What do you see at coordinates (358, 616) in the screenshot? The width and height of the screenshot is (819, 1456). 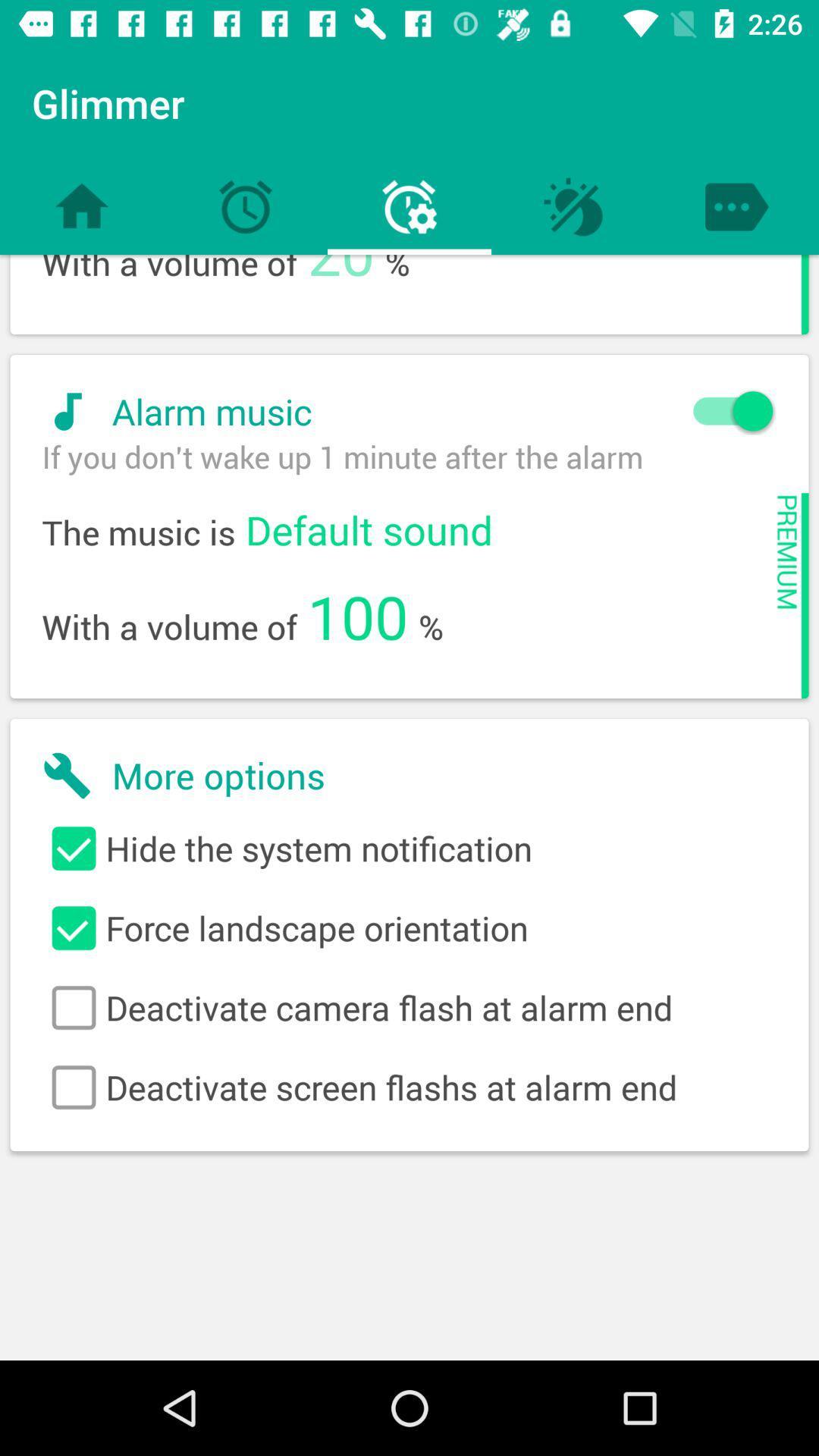 I see `item next to with a volume item` at bounding box center [358, 616].